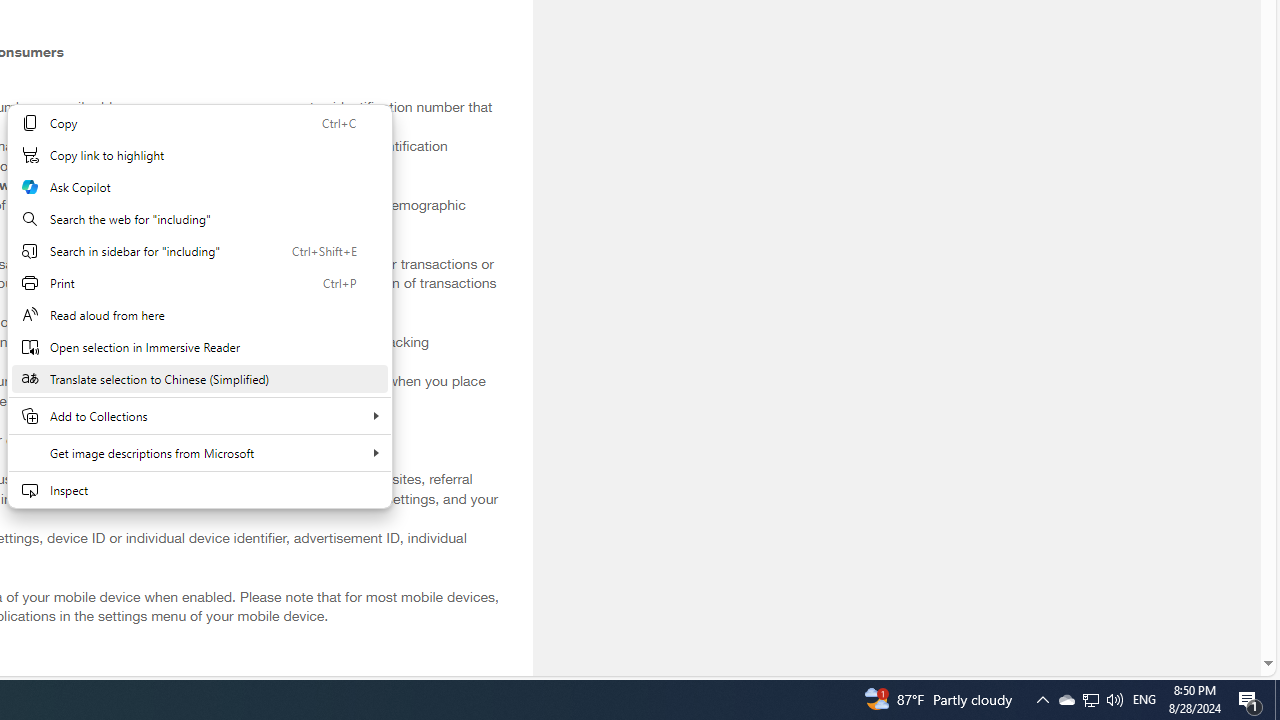  What do you see at coordinates (199, 154) in the screenshot?
I see `'Copy link to highlight'` at bounding box center [199, 154].